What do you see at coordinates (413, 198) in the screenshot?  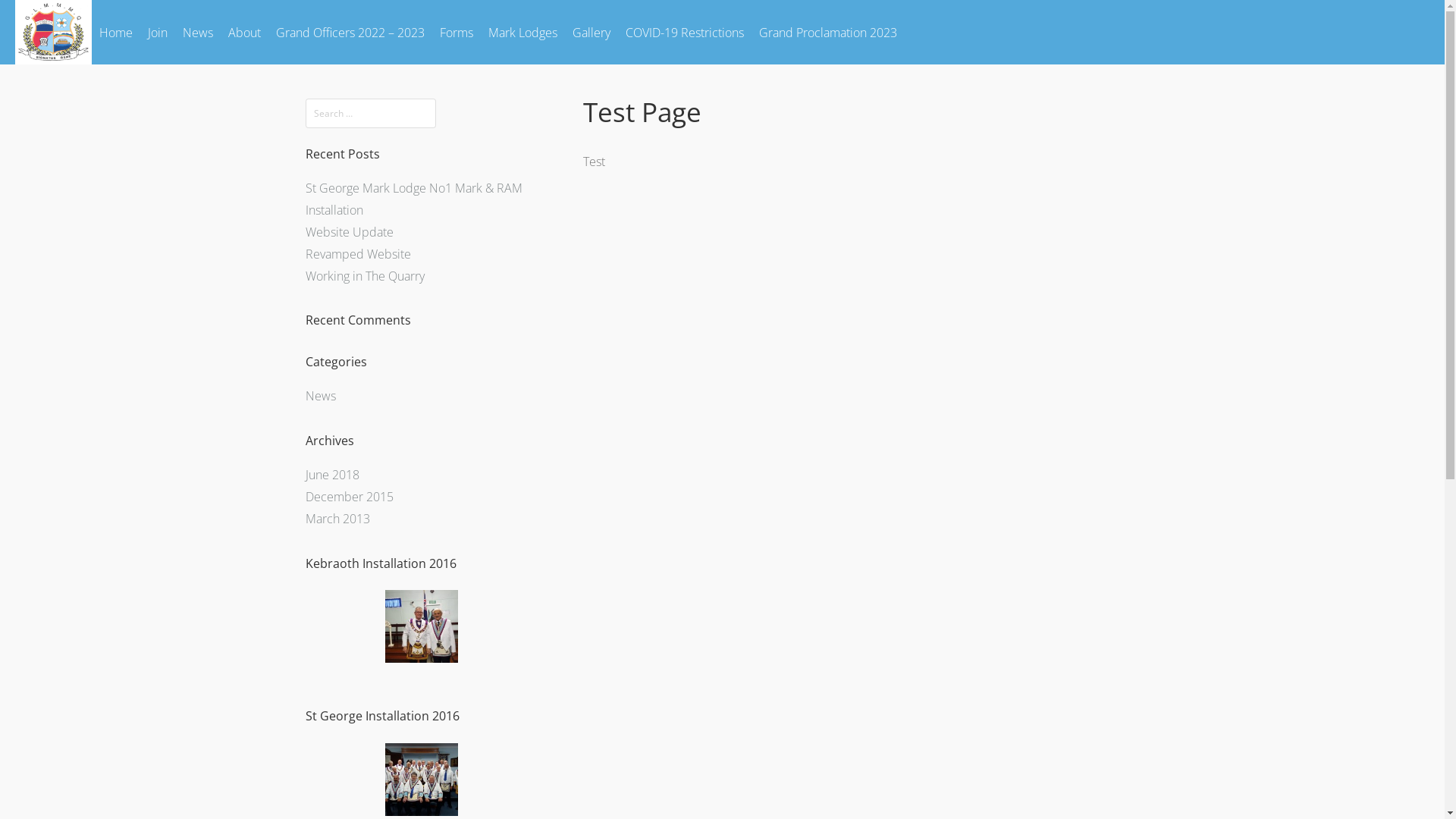 I see `'St George Mark Lodge No1 Mark & RAM Installation'` at bounding box center [413, 198].